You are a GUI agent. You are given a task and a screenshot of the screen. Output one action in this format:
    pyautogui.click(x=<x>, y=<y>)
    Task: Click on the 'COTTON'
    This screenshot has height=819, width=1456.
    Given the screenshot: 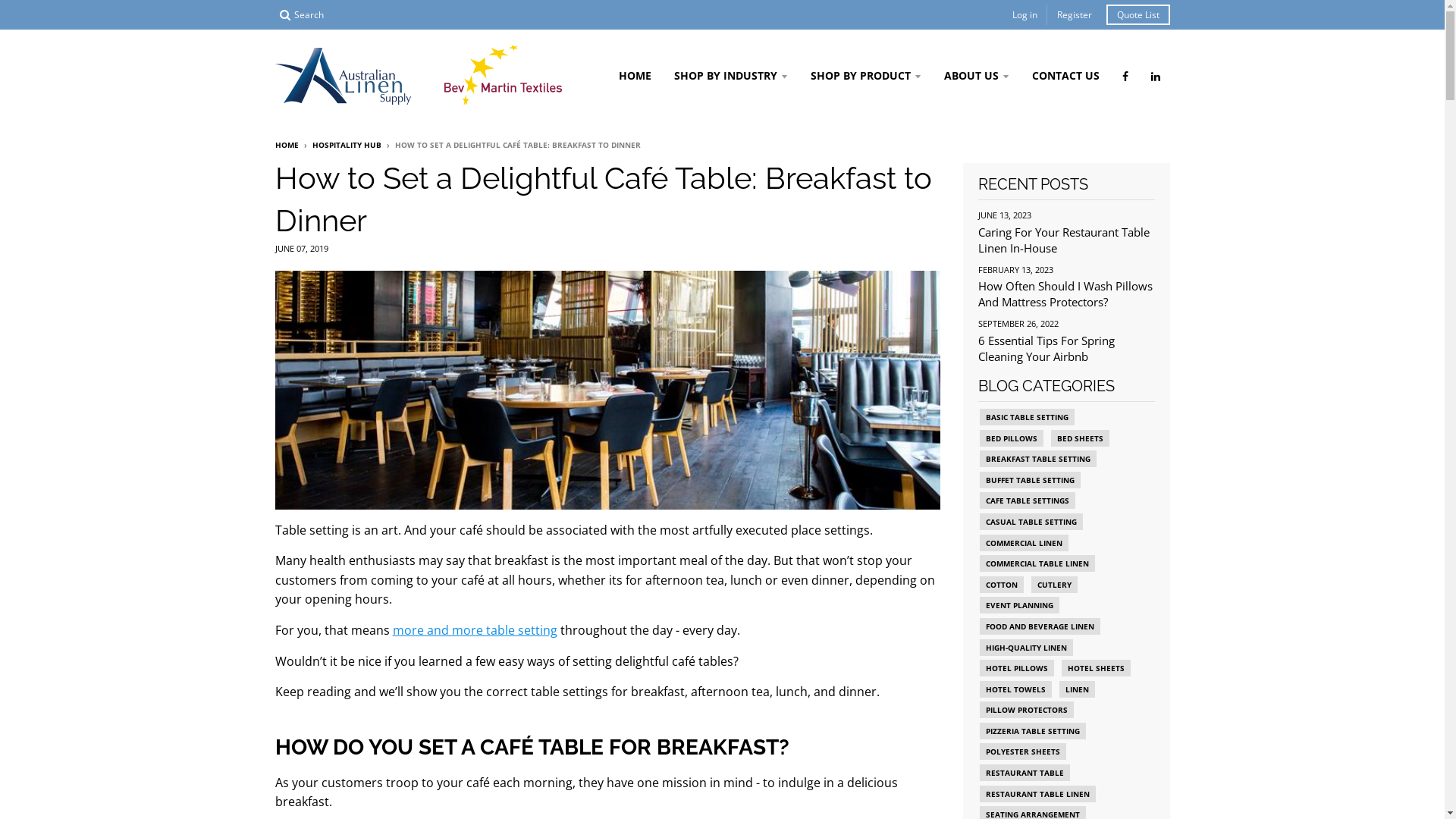 What is the action you would take?
    pyautogui.click(x=1001, y=584)
    